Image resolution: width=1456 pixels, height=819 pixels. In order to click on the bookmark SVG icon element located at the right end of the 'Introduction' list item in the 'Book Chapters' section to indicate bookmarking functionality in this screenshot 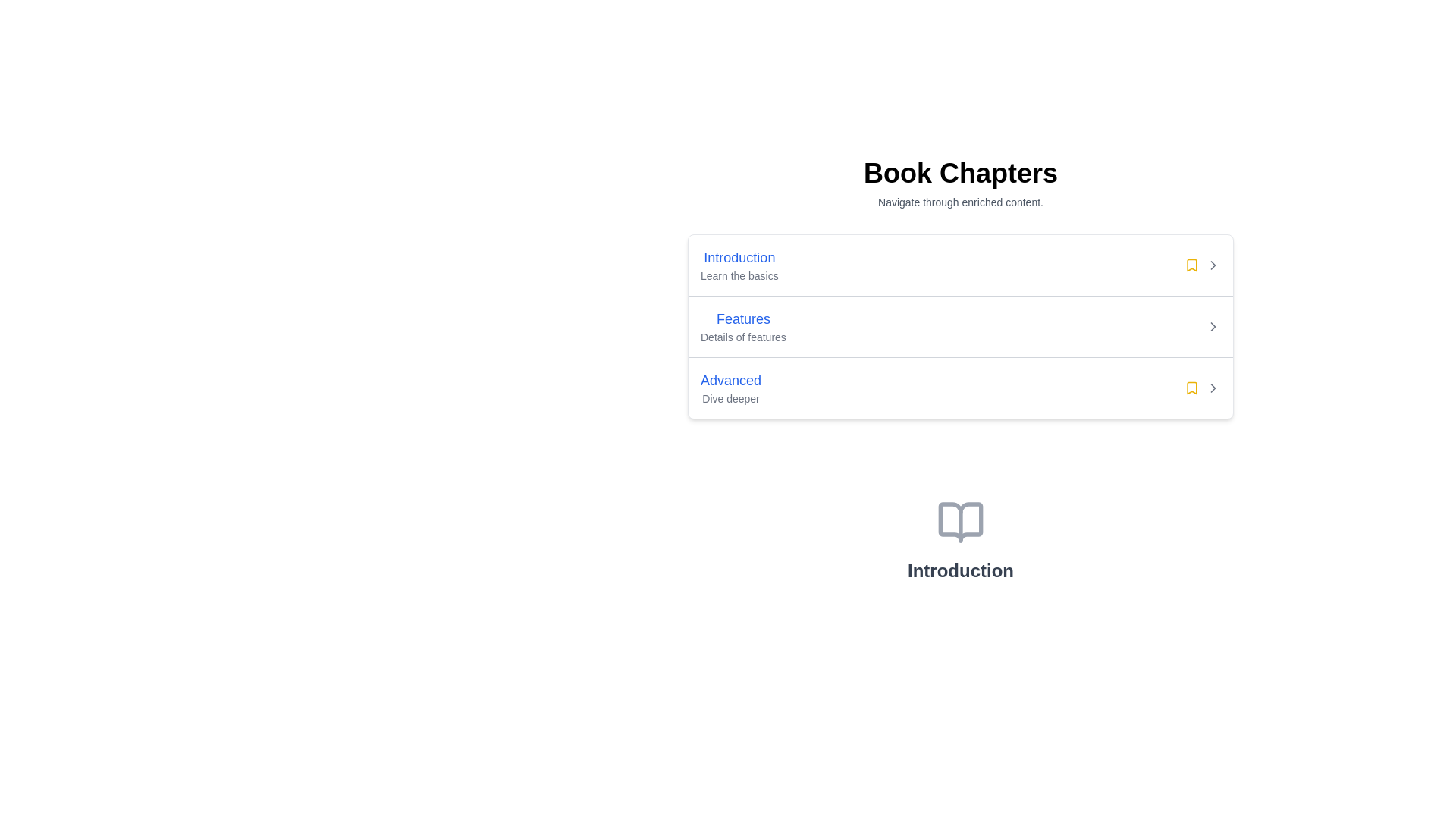, I will do `click(1191, 265)`.